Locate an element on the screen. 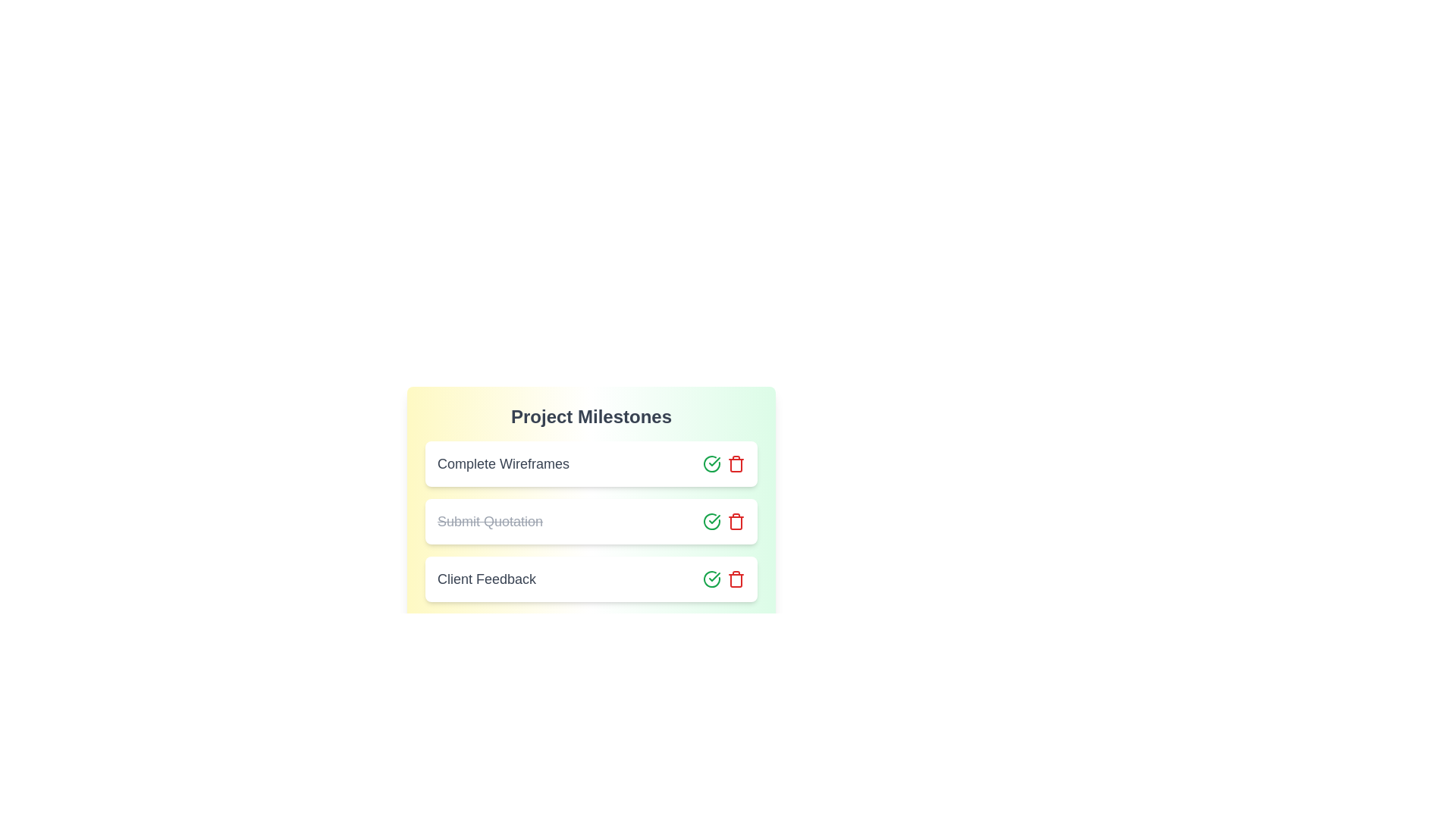  the delete button for the task 'Submit Quotation' is located at coordinates (736, 520).